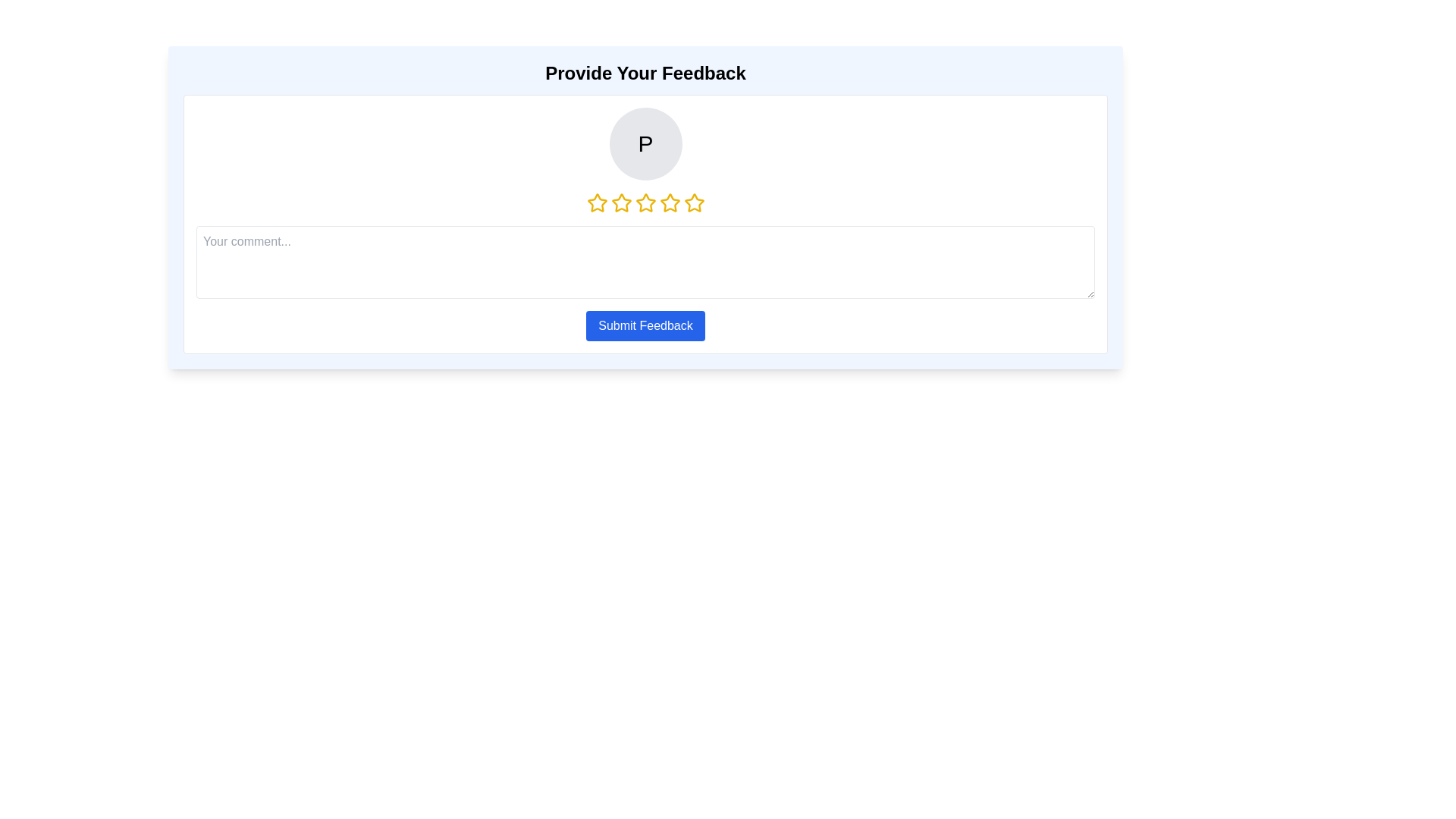 The image size is (1456, 819). What do you see at coordinates (645, 202) in the screenshot?
I see `the star corresponding to 3 stars to set the rating` at bounding box center [645, 202].